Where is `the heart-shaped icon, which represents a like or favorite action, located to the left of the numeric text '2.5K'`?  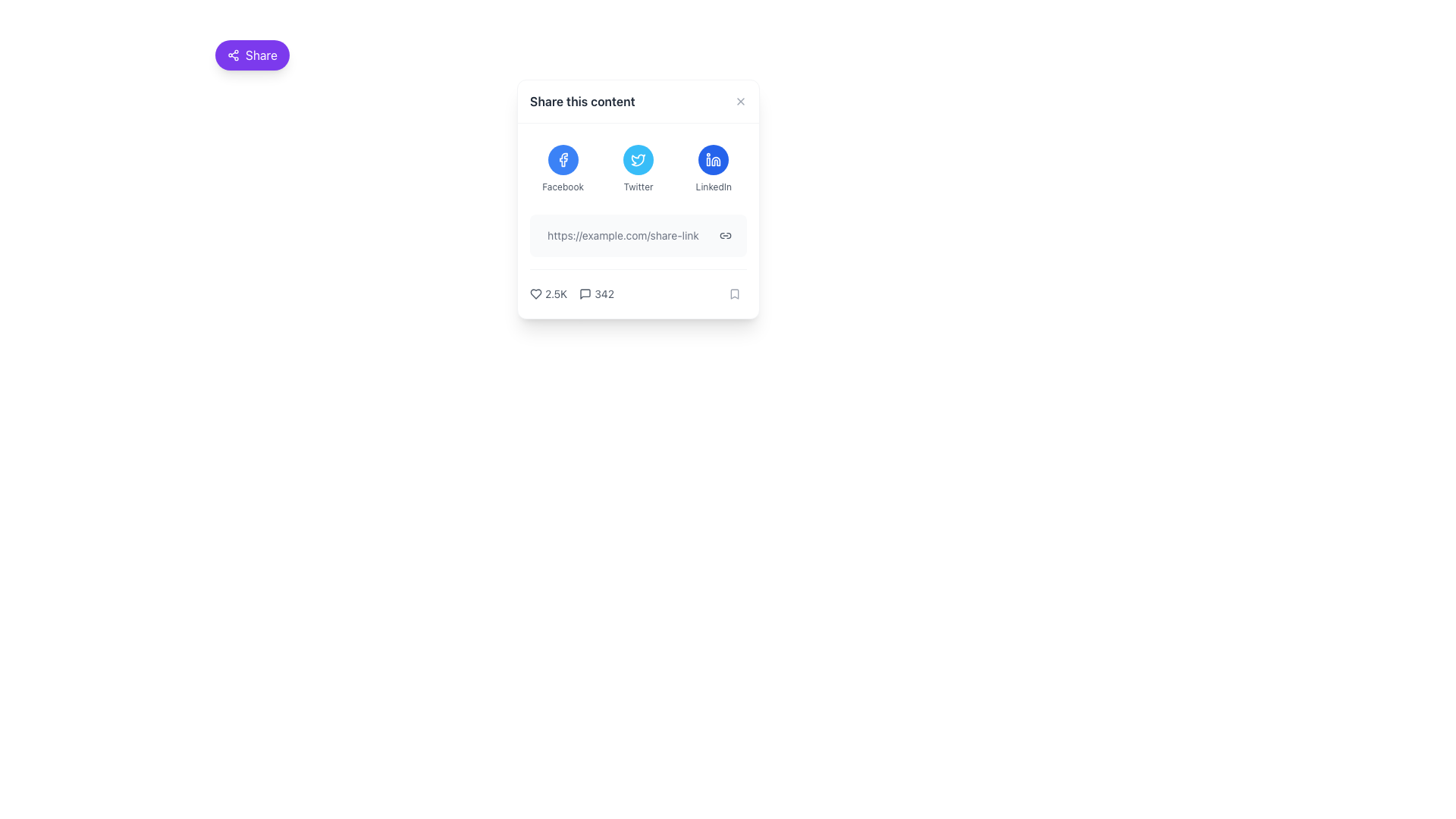
the heart-shaped icon, which represents a like or favorite action, located to the left of the numeric text '2.5K' is located at coordinates (535, 294).